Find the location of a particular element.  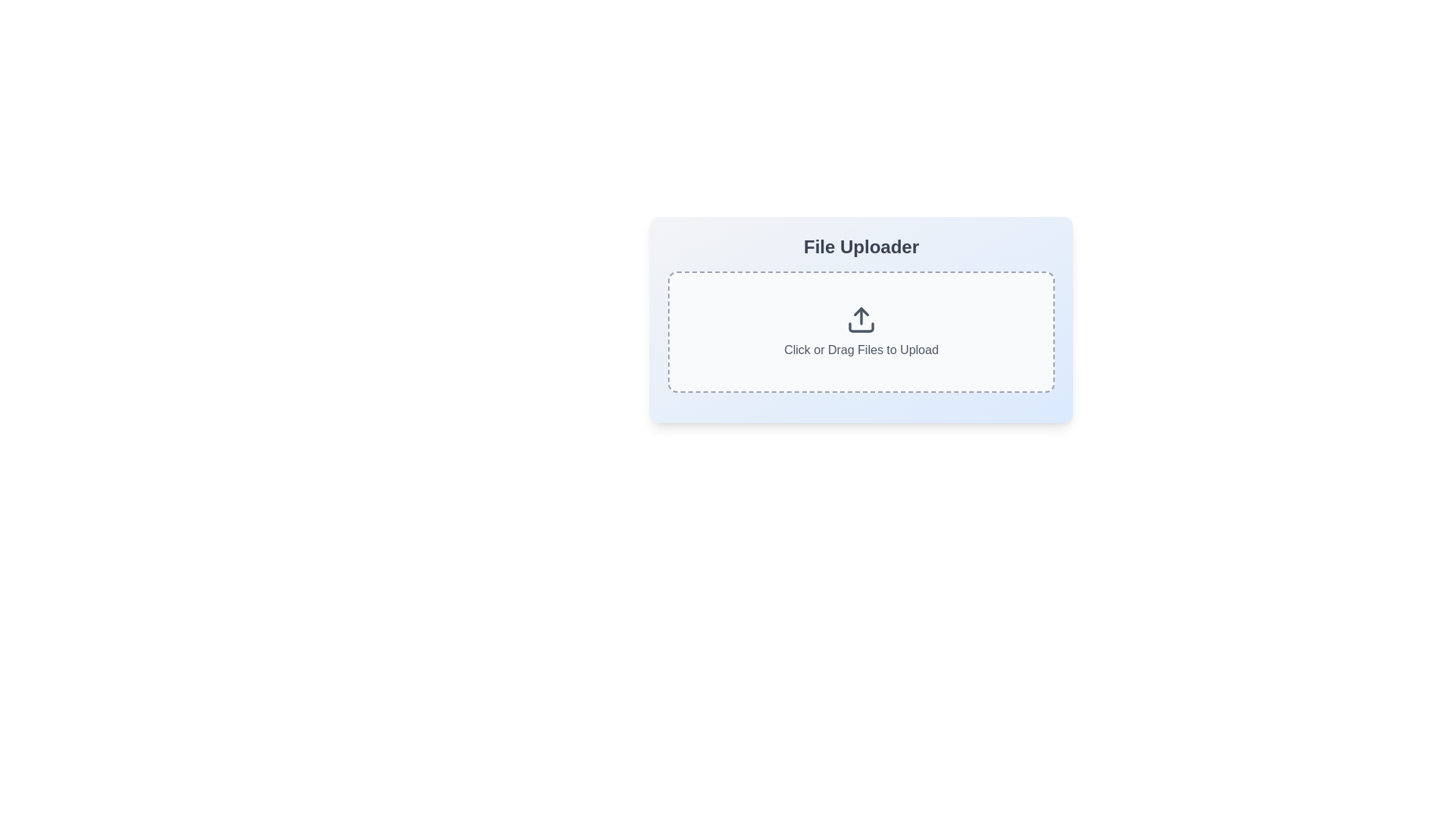

the text label displaying 'Click or Drag Files to Upload', which is located below the upload icon within the file upload area is located at coordinates (861, 350).